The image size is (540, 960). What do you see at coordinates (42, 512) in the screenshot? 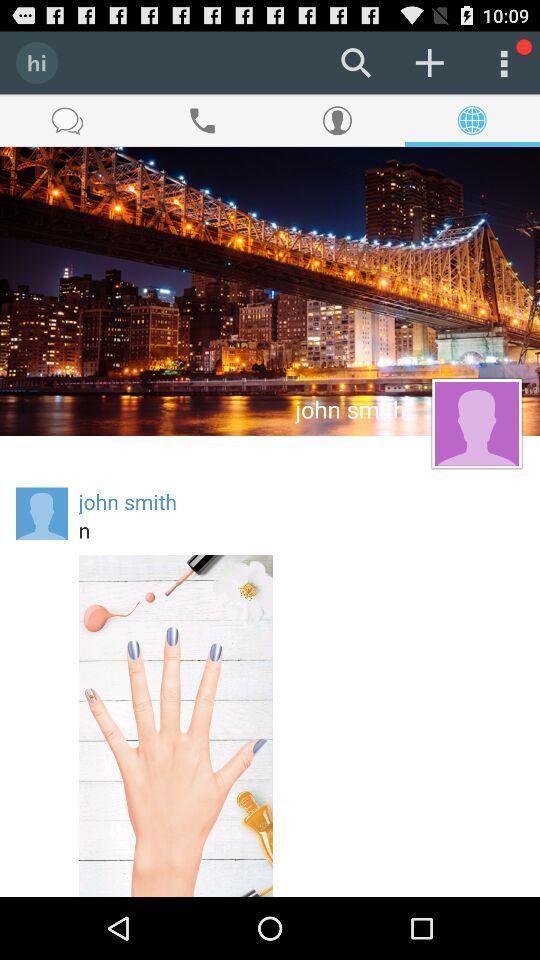
I see `the app next to john smith item` at bounding box center [42, 512].